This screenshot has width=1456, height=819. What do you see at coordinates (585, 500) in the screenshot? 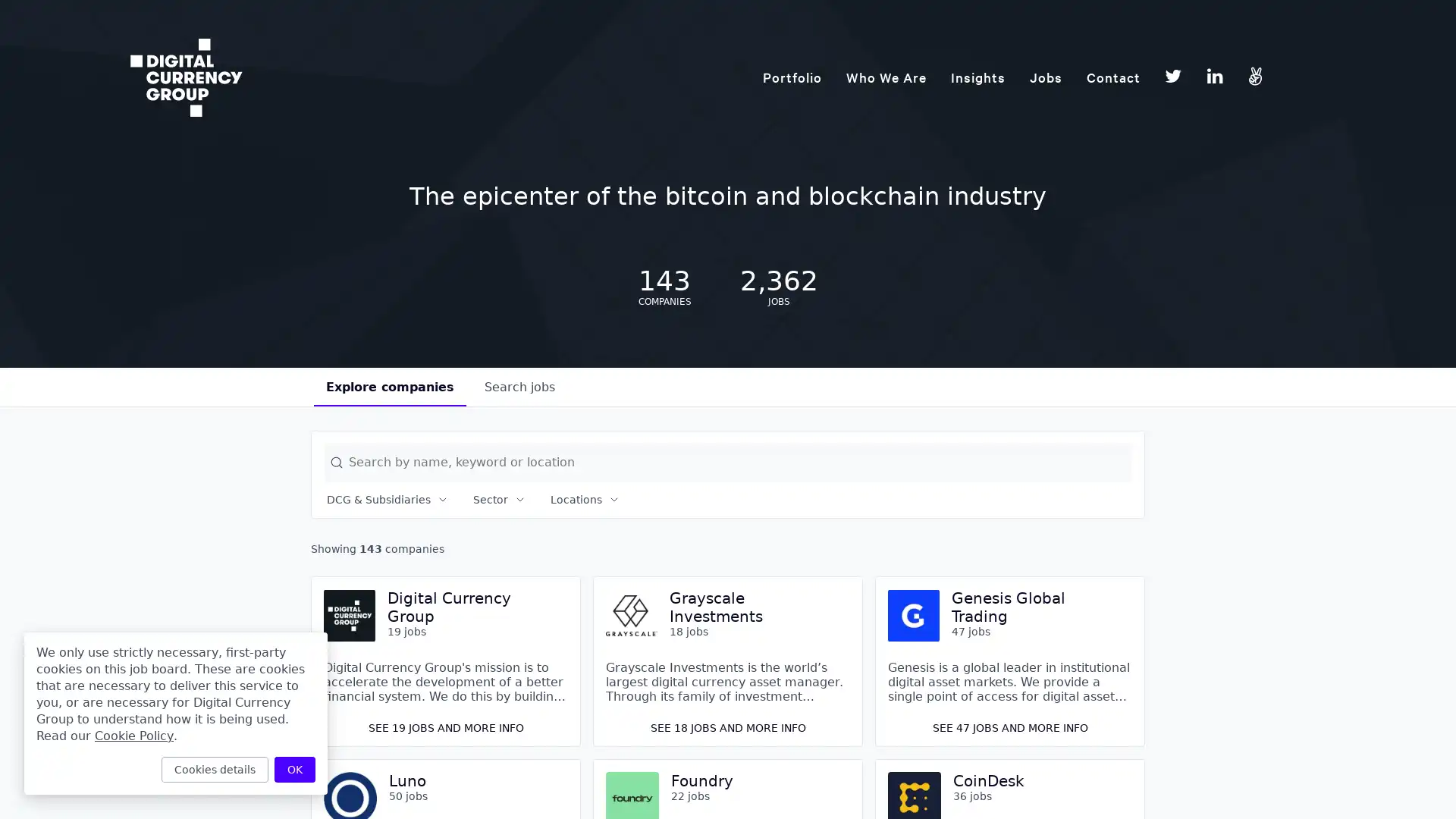
I see `Locations` at bounding box center [585, 500].